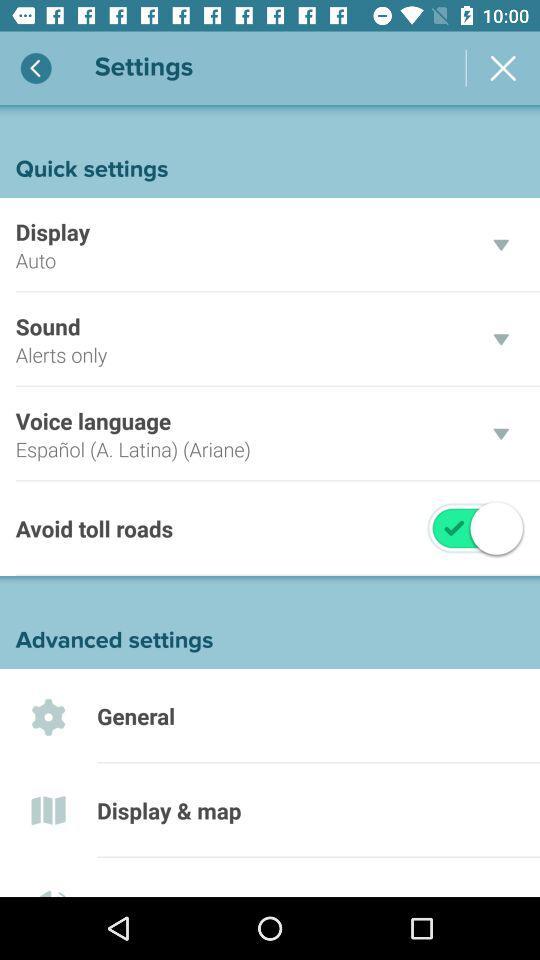 The image size is (540, 960). I want to click on settings menu, so click(502, 68).